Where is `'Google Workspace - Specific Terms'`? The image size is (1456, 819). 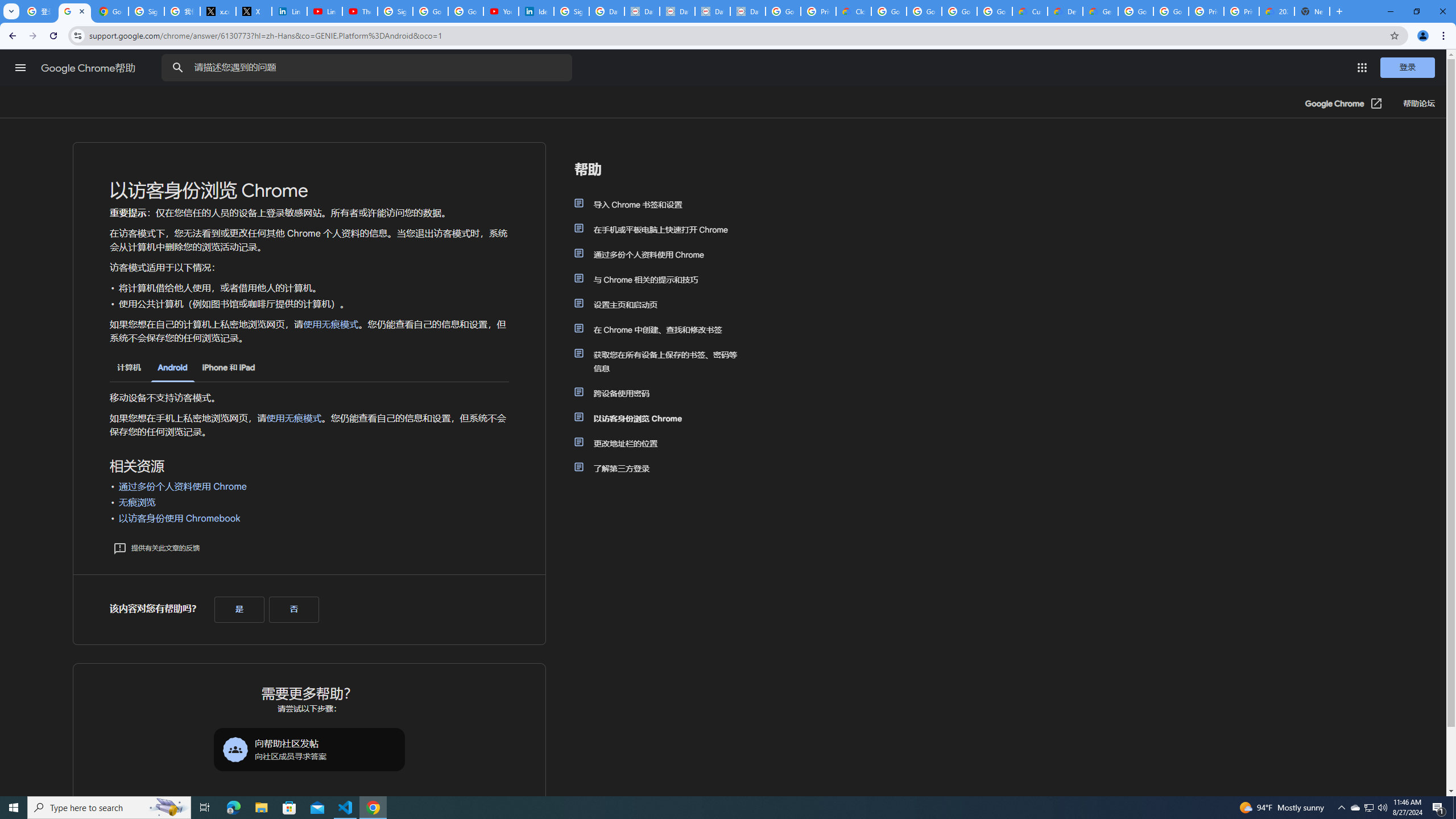 'Google Workspace - Specific Terms' is located at coordinates (994, 11).